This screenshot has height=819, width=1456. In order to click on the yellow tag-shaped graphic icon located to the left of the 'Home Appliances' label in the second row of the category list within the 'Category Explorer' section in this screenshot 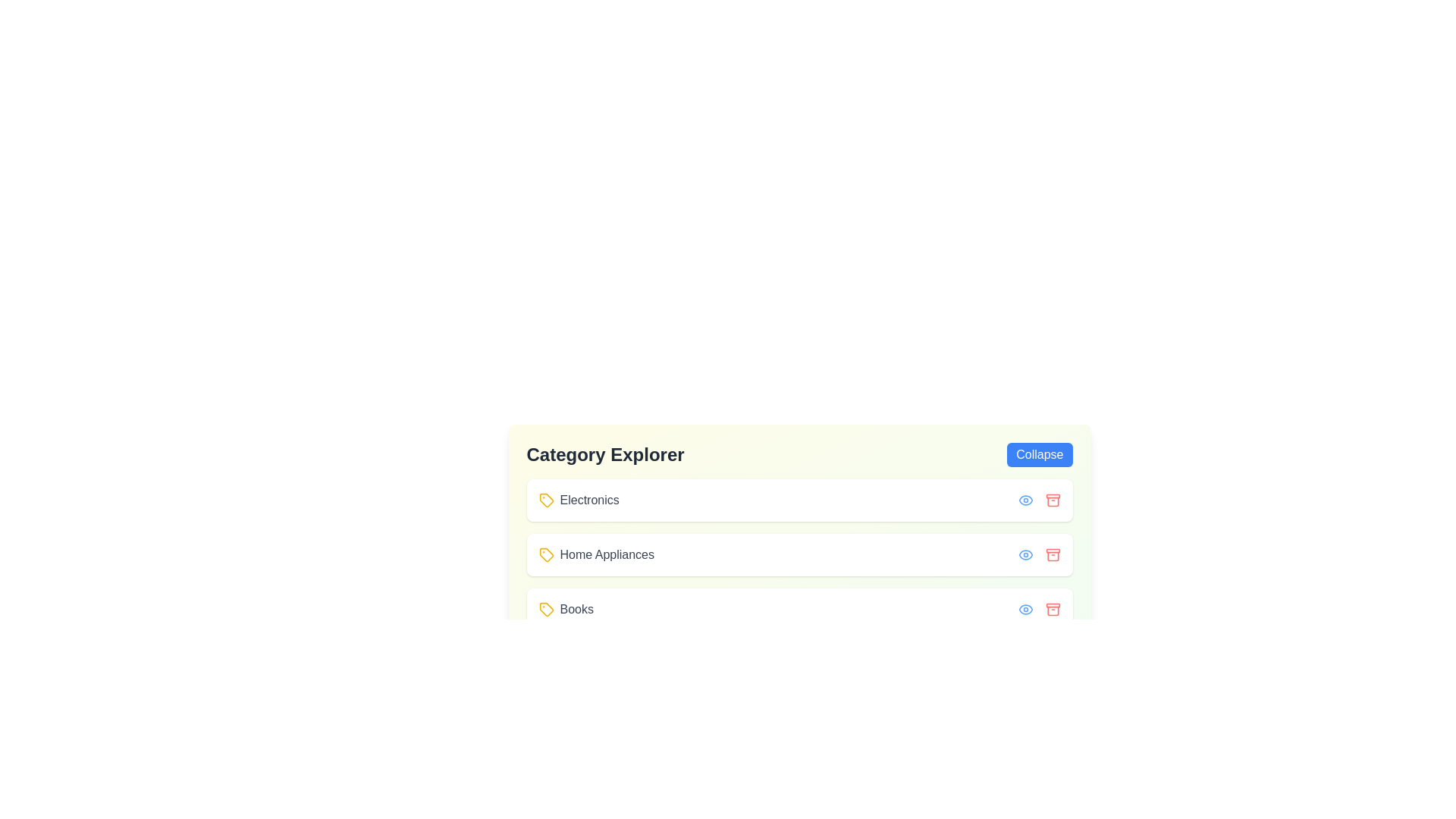, I will do `click(546, 555)`.